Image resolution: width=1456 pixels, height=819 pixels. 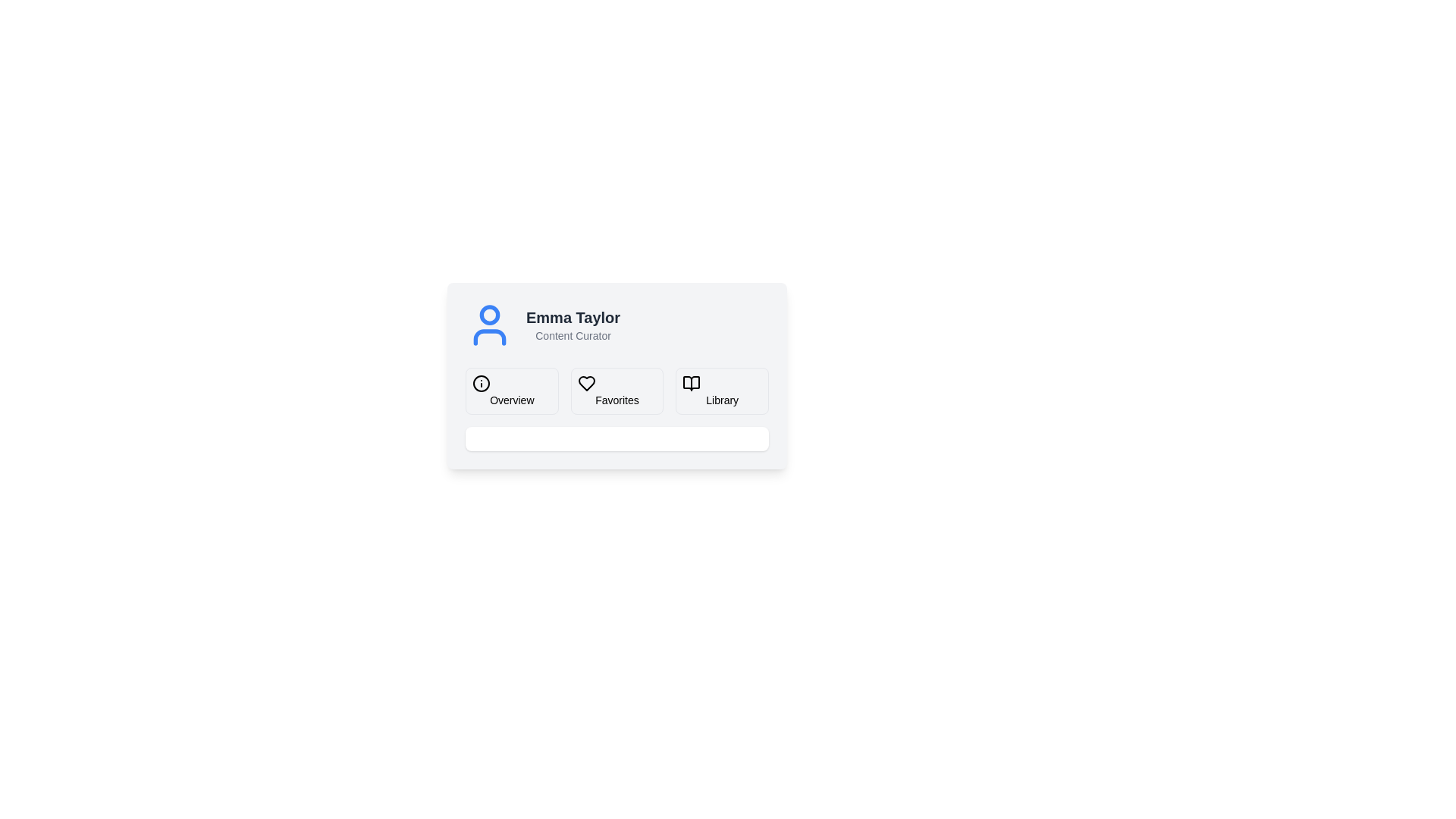 What do you see at coordinates (721, 400) in the screenshot?
I see `text label displaying 'Library' which is located below the book icon in the third group of interactive options` at bounding box center [721, 400].